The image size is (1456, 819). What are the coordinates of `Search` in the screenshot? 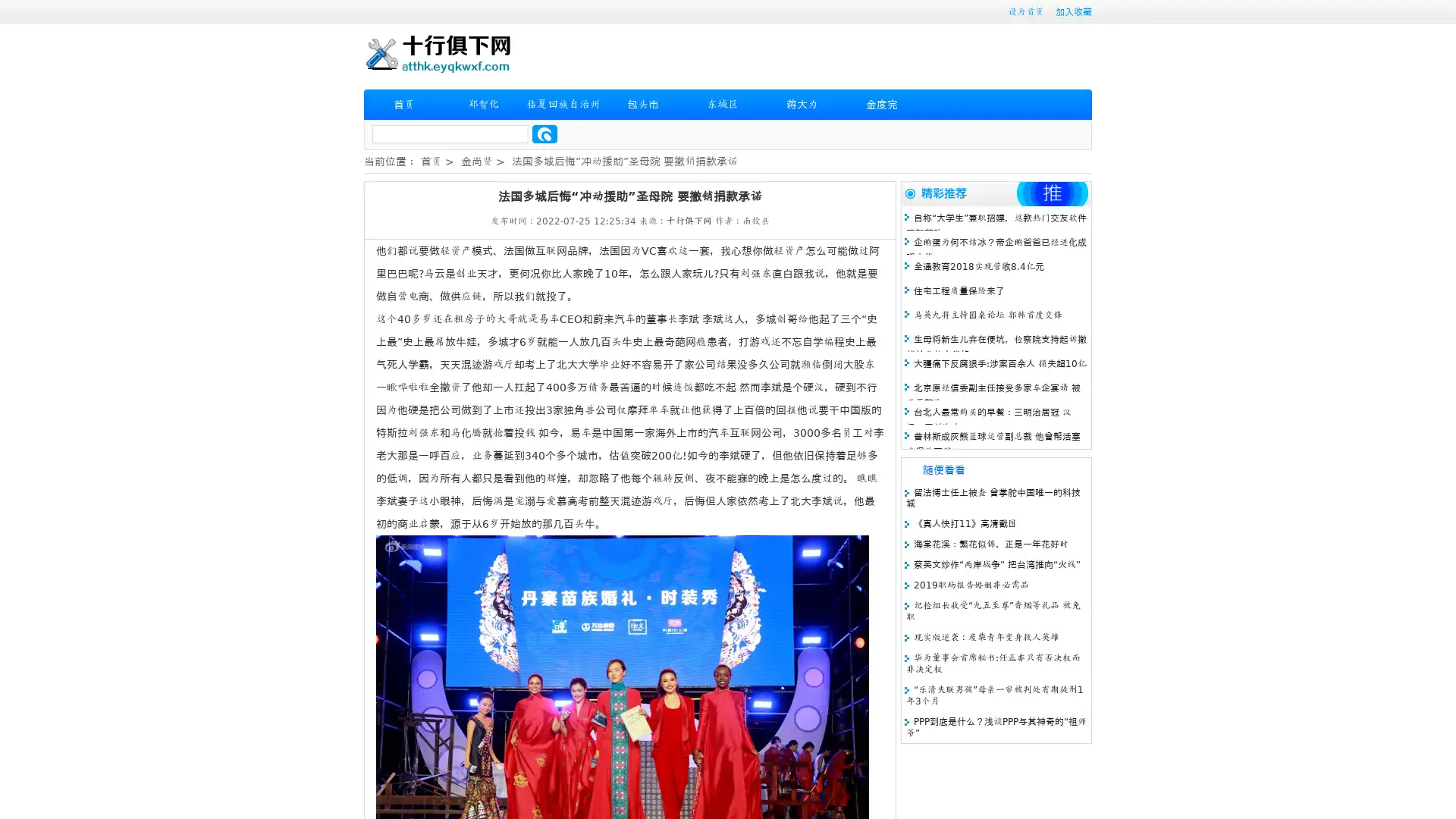 It's located at (544, 133).